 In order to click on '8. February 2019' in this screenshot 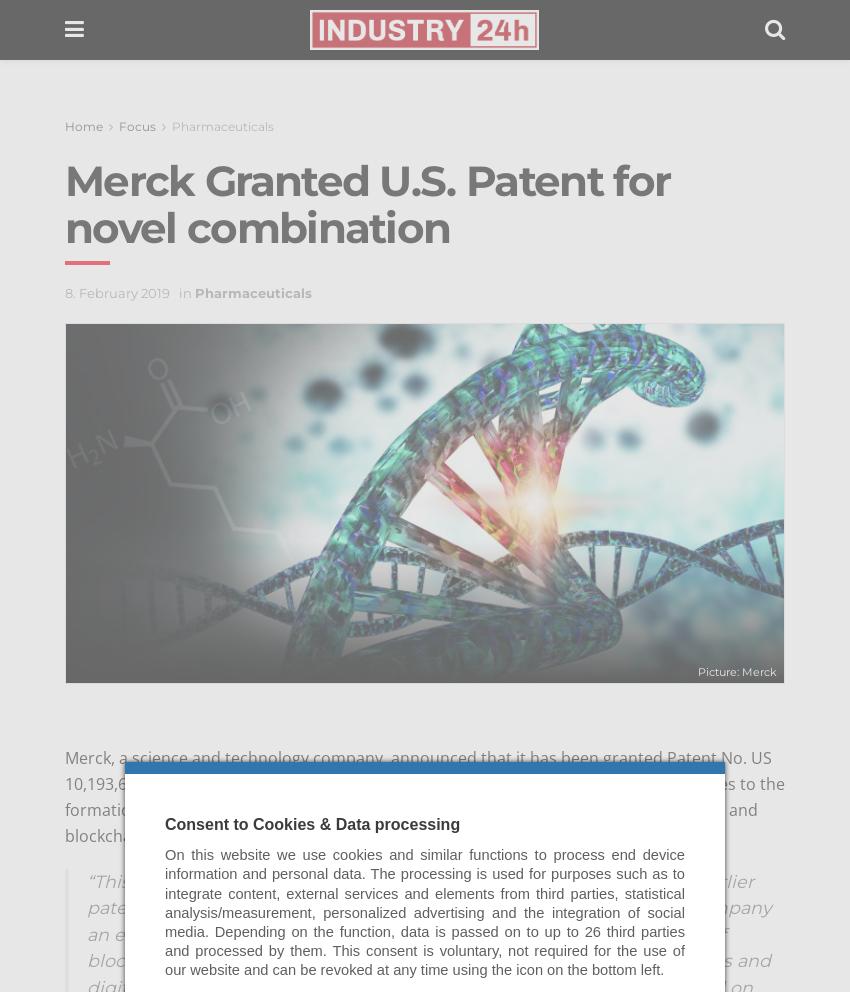, I will do `click(116, 292)`.